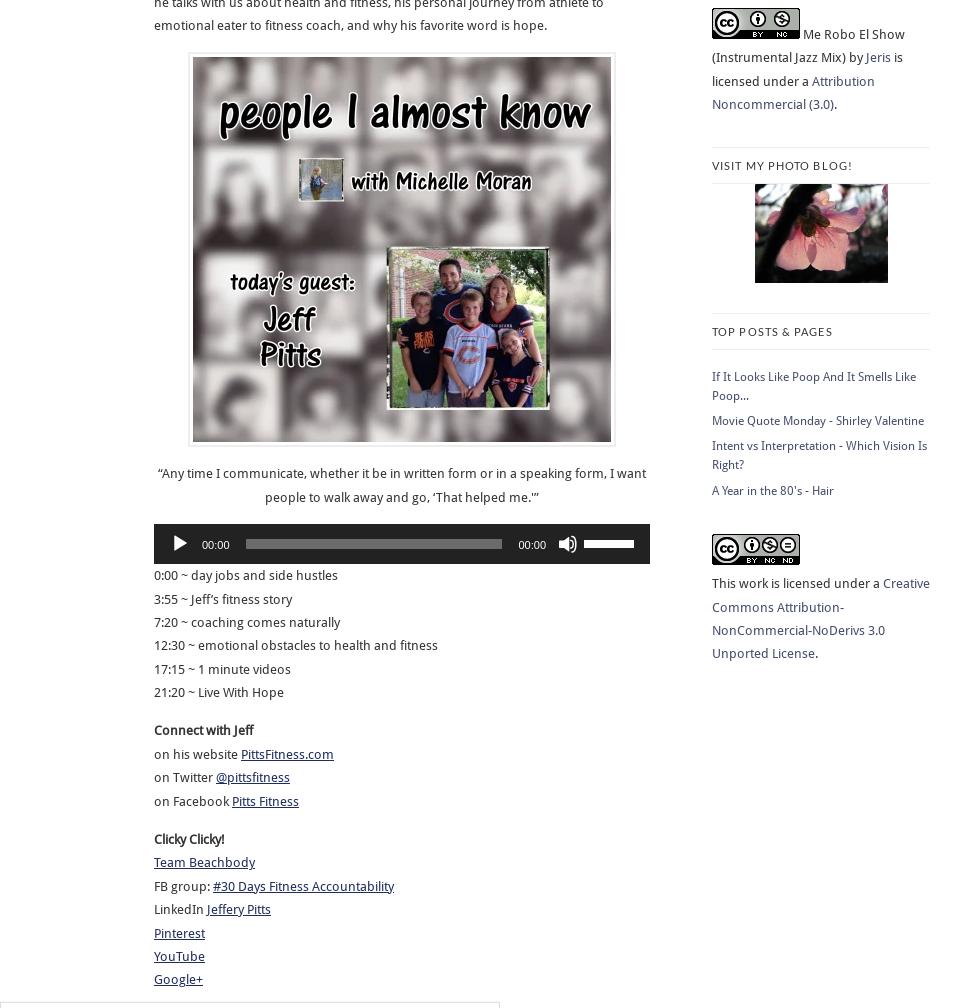  I want to click on 'by', so click(855, 57).